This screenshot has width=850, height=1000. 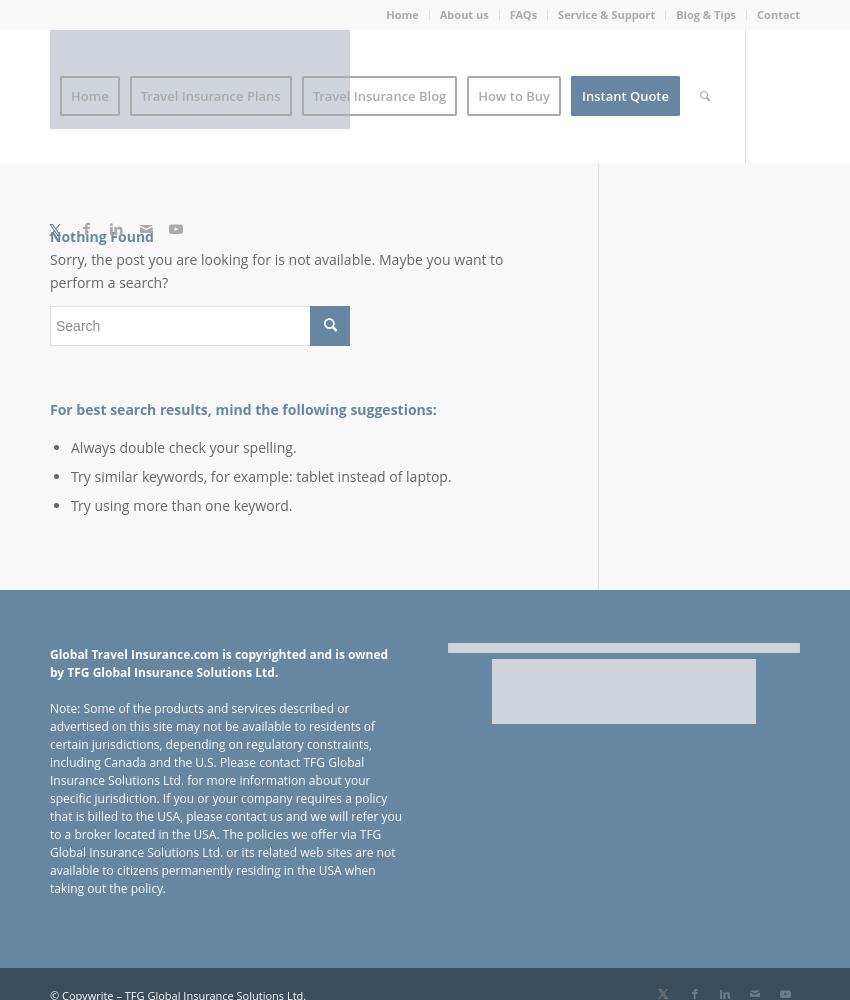 I want to click on 'Nothing Found', so click(x=100, y=234).